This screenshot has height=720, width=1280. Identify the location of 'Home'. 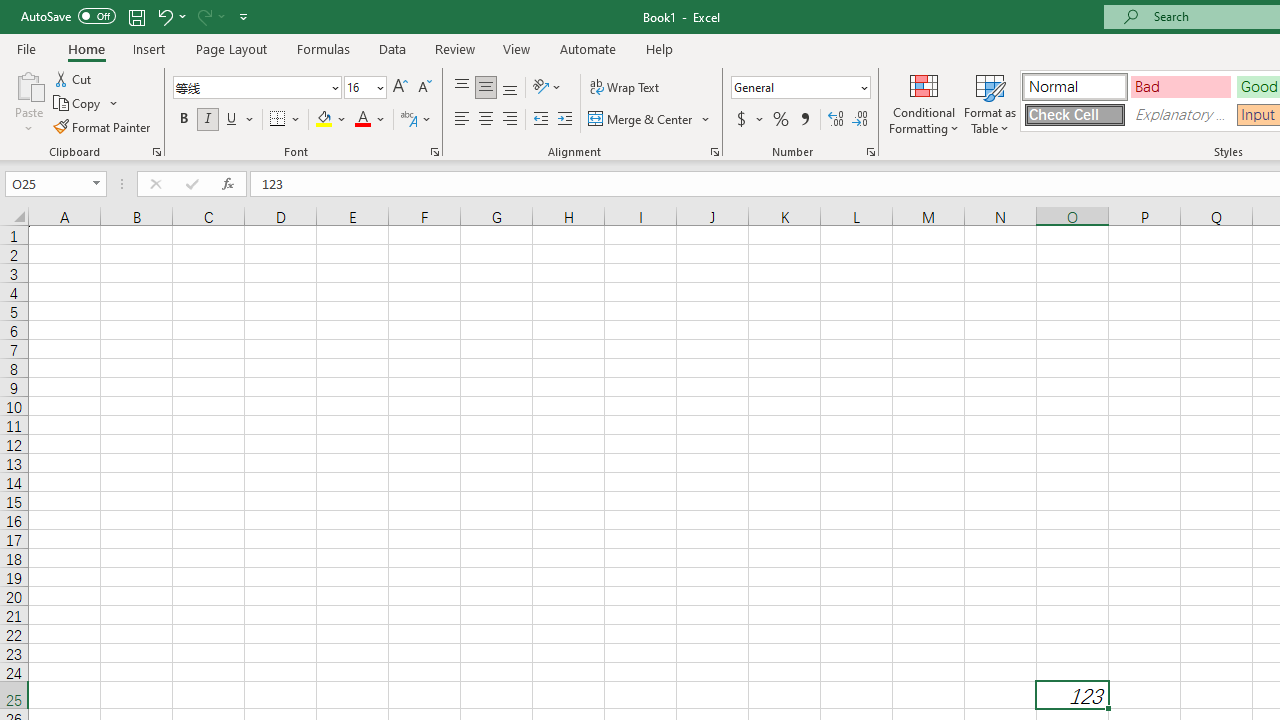
(85, 48).